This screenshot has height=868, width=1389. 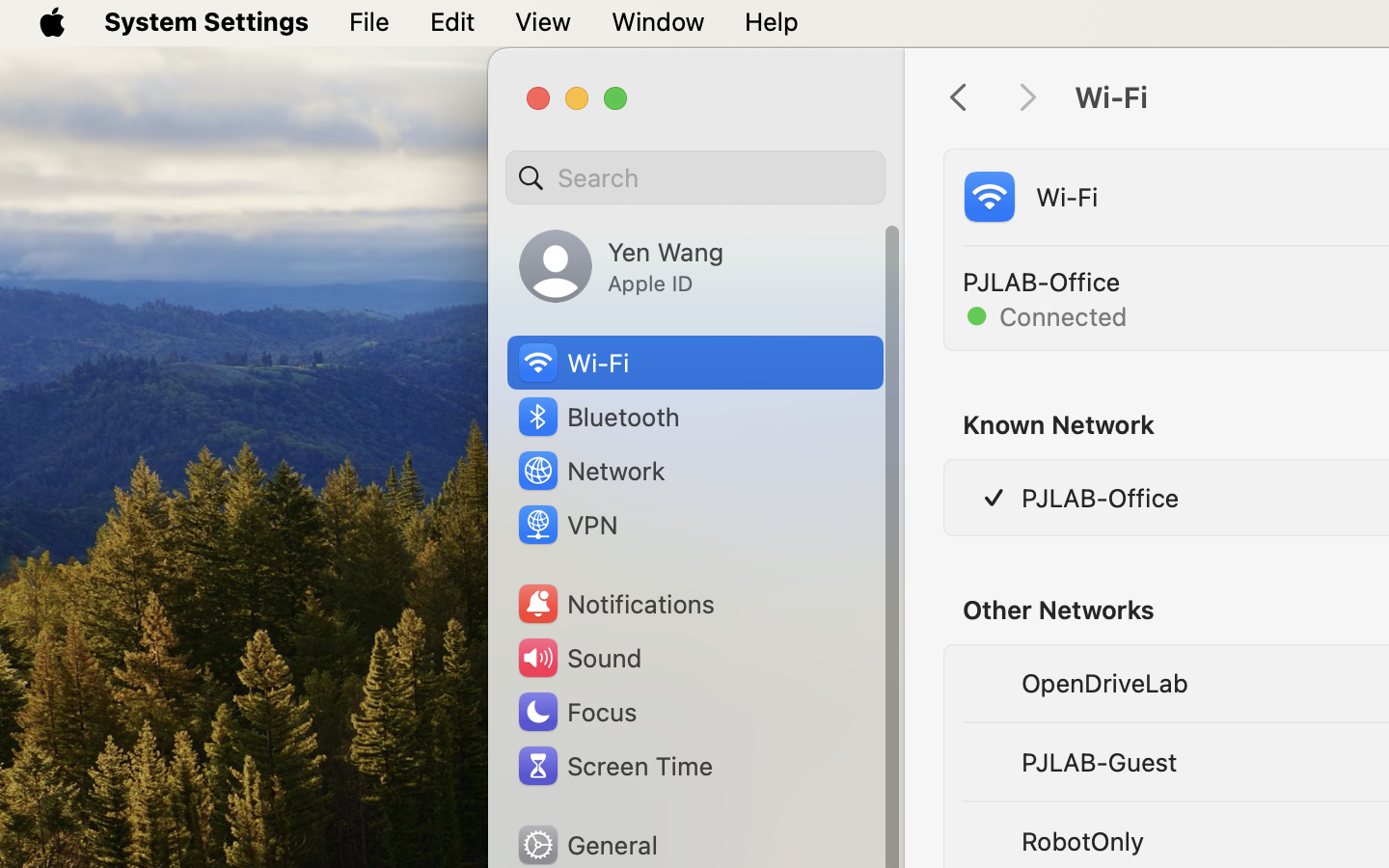 I want to click on 'Wi‑Fi', so click(x=571, y=363).